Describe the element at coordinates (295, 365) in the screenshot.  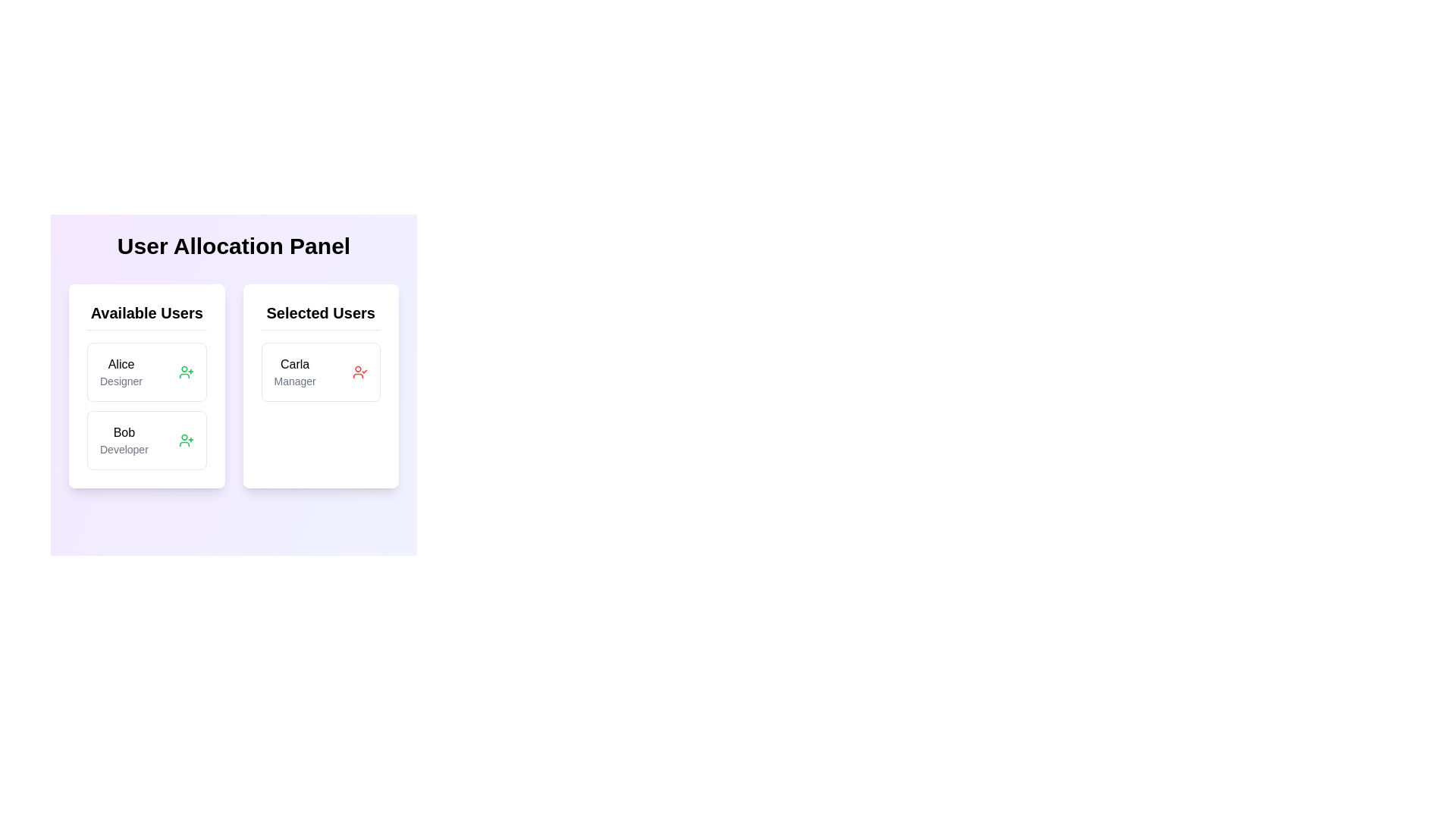
I see `label text indicating the name of the selected user, which is positioned in the 'Selected Users' column of the first card, above the 'Manager' label` at that location.